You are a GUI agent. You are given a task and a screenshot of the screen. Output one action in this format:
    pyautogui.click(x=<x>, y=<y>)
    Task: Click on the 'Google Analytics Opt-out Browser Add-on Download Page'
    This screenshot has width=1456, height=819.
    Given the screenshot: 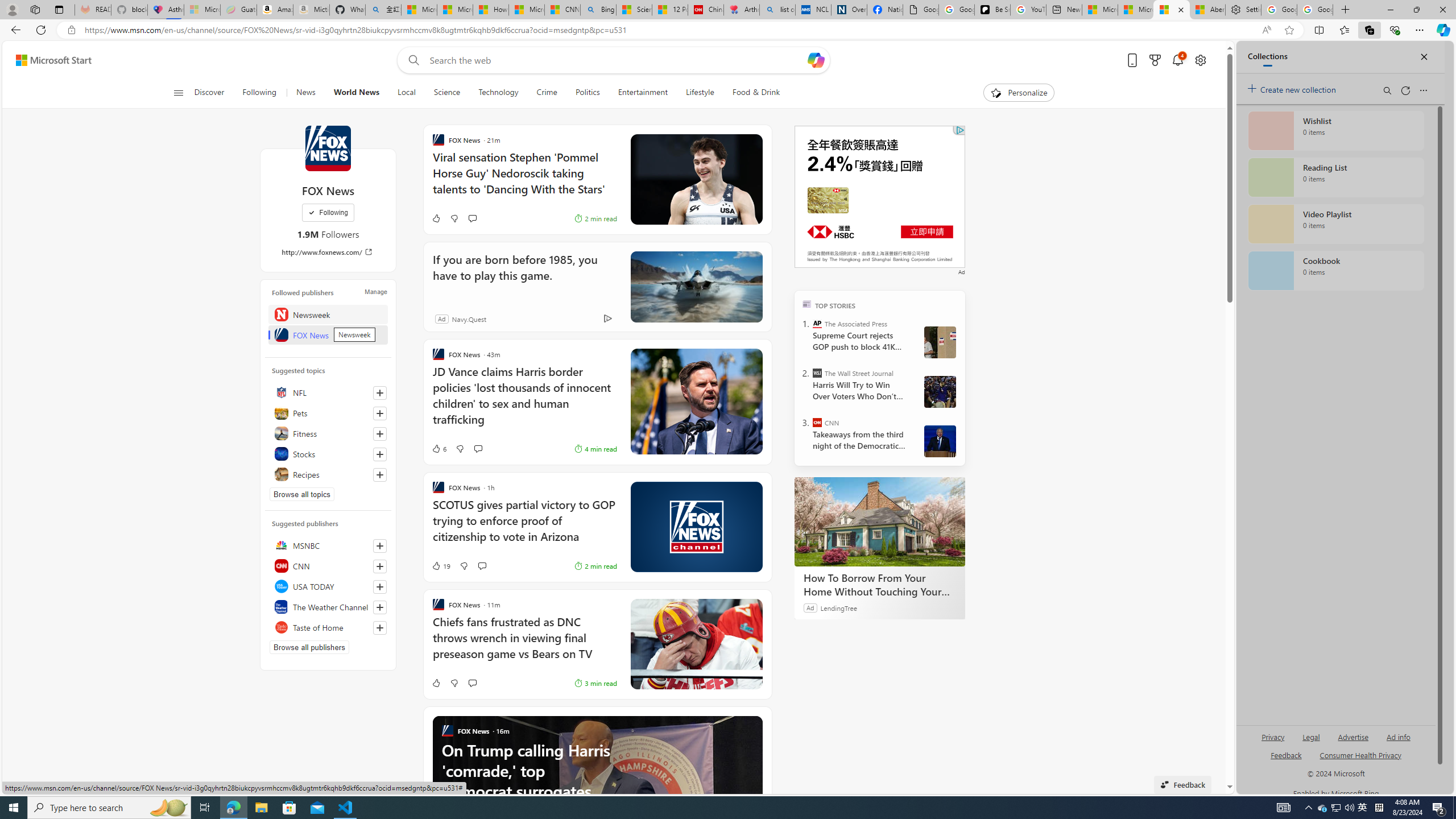 What is the action you would take?
    pyautogui.click(x=920, y=9)
    